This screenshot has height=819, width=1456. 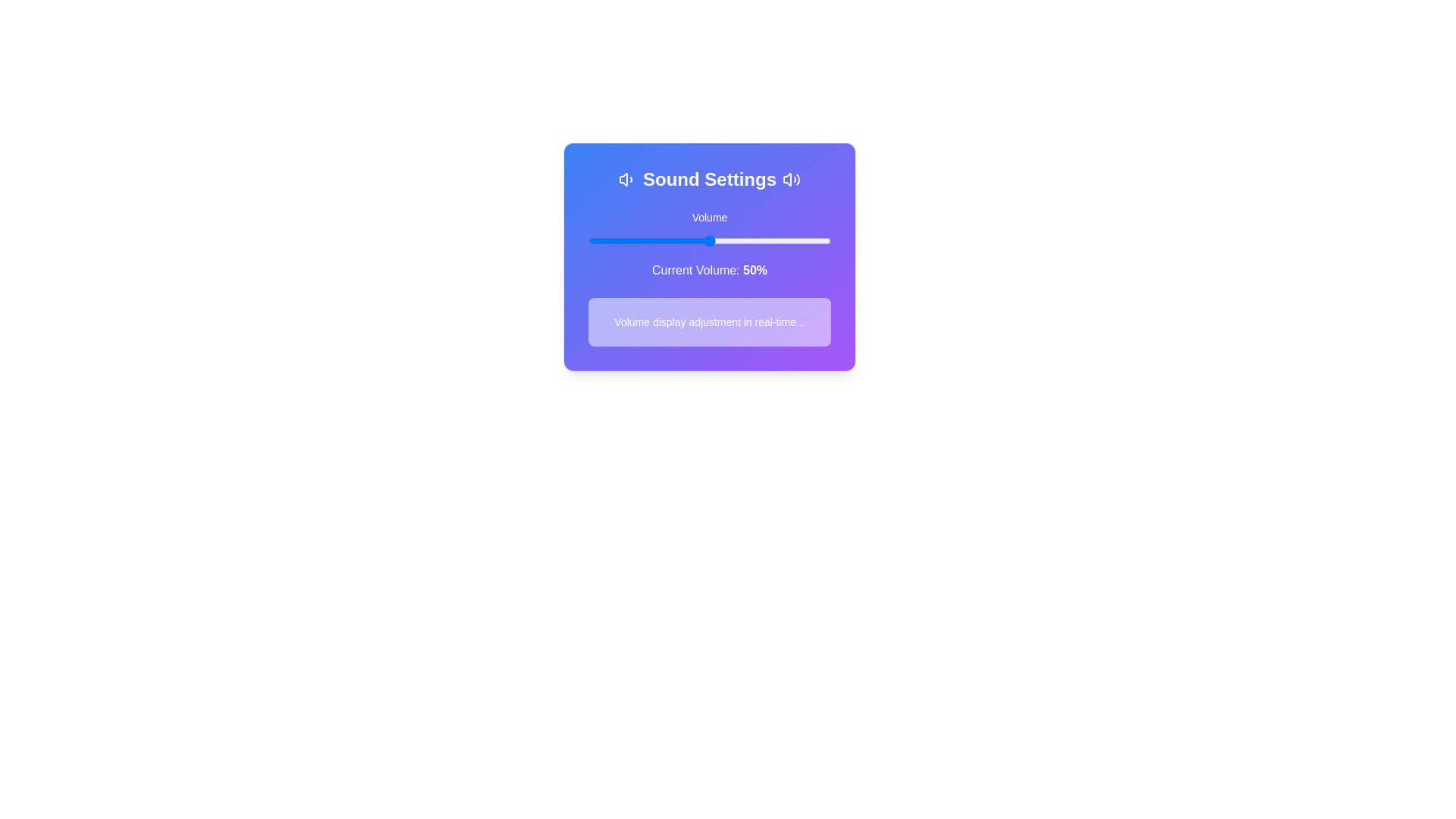 I want to click on the volume slider to set the volume to 64%, so click(x=743, y=240).